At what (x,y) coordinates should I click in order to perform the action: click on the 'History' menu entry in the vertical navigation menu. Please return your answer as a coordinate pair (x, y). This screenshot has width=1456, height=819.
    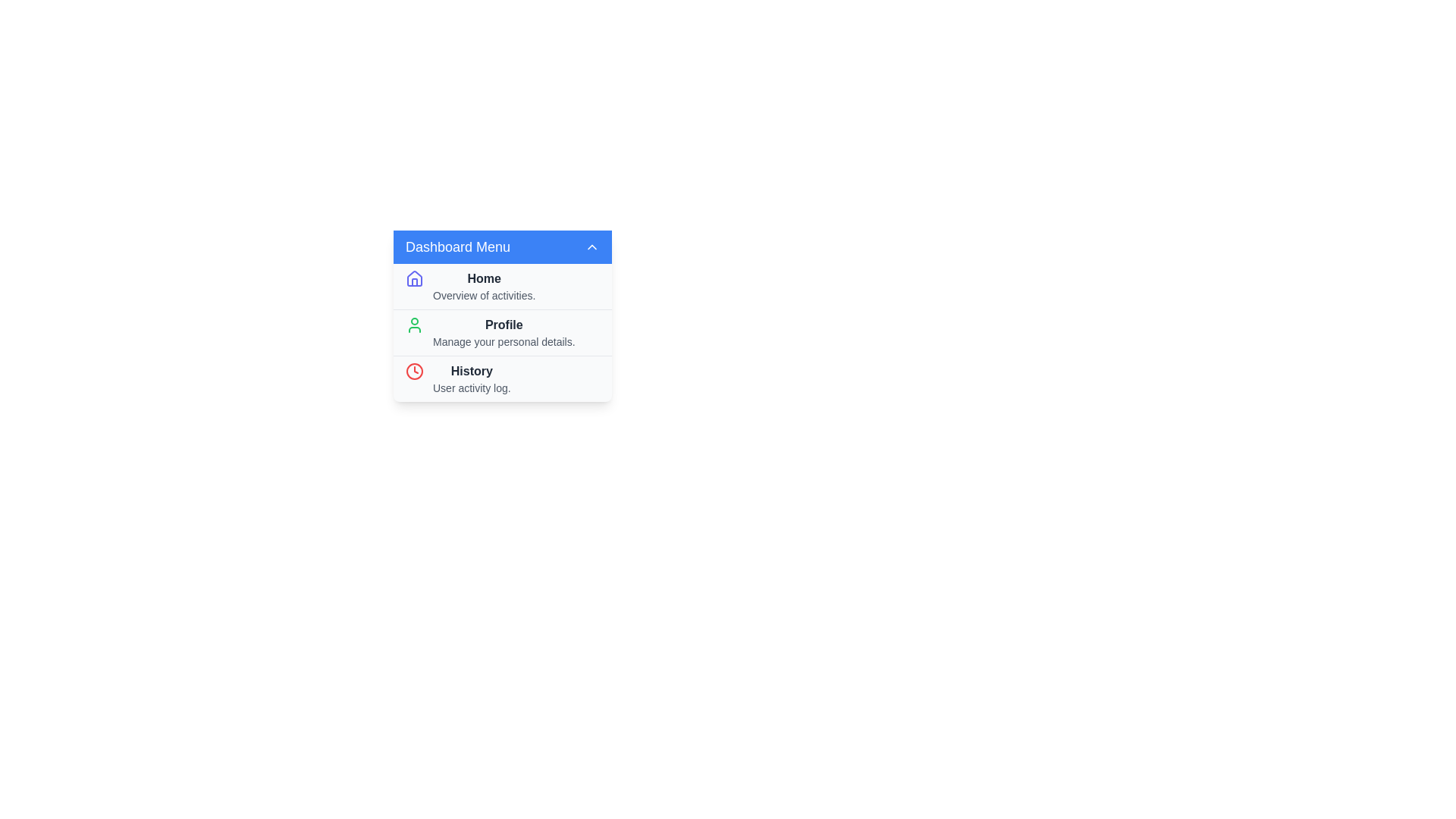
    Looking at the image, I should click on (471, 378).